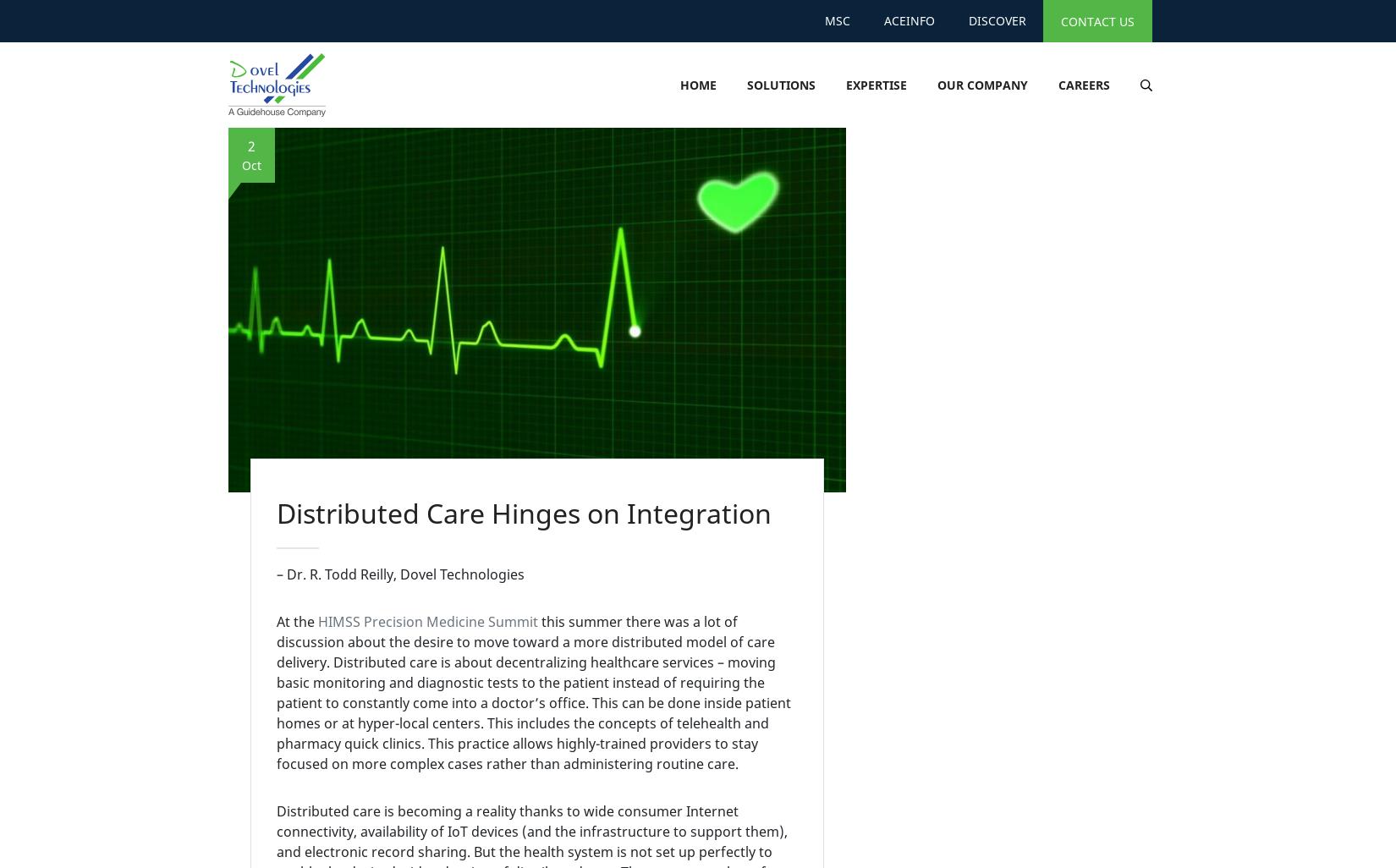 This screenshot has height=868, width=1396. Describe the element at coordinates (251, 145) in the screenshot. I see `'2'` at that location.